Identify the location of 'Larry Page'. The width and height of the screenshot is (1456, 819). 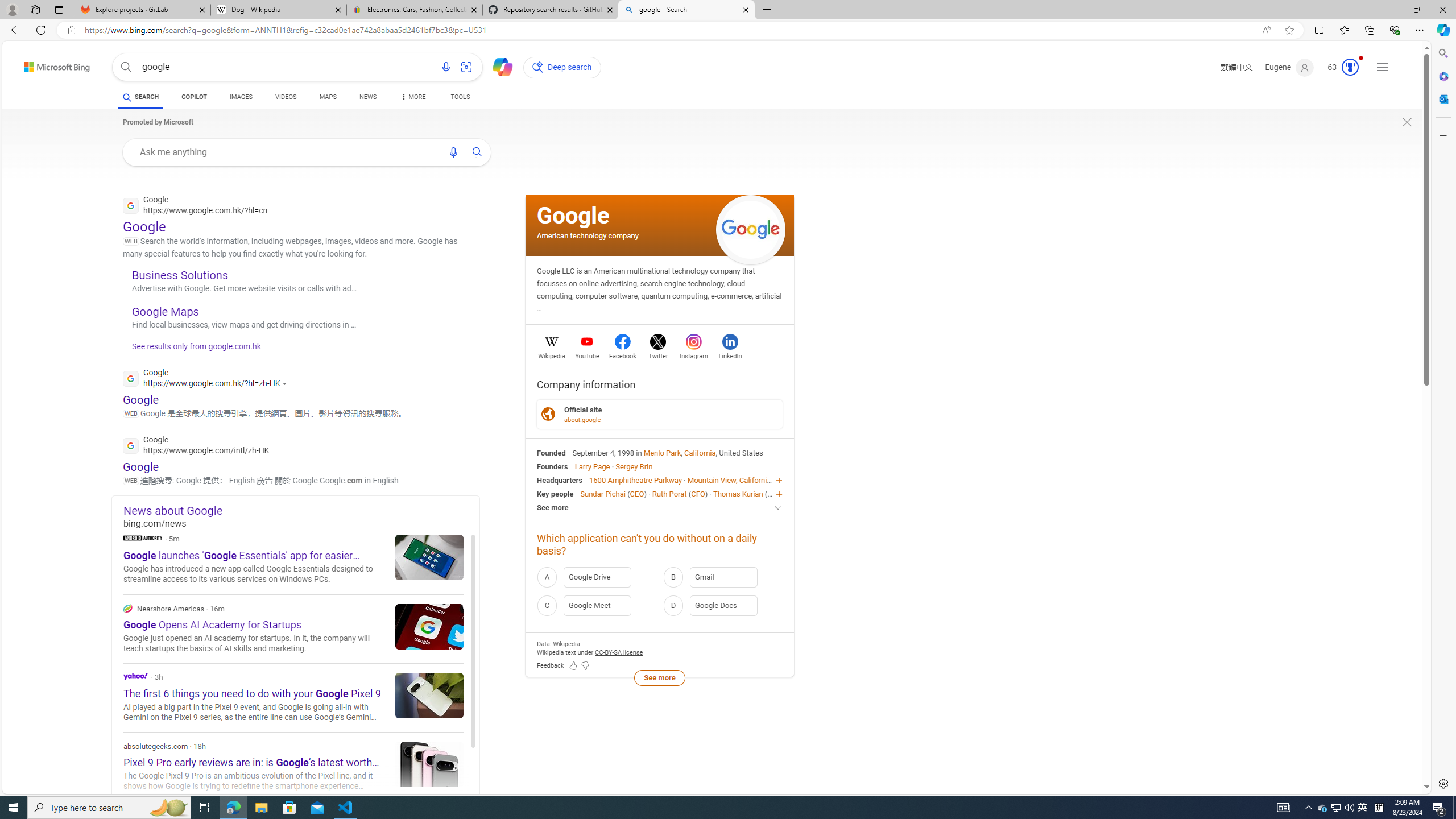
(591, 466).